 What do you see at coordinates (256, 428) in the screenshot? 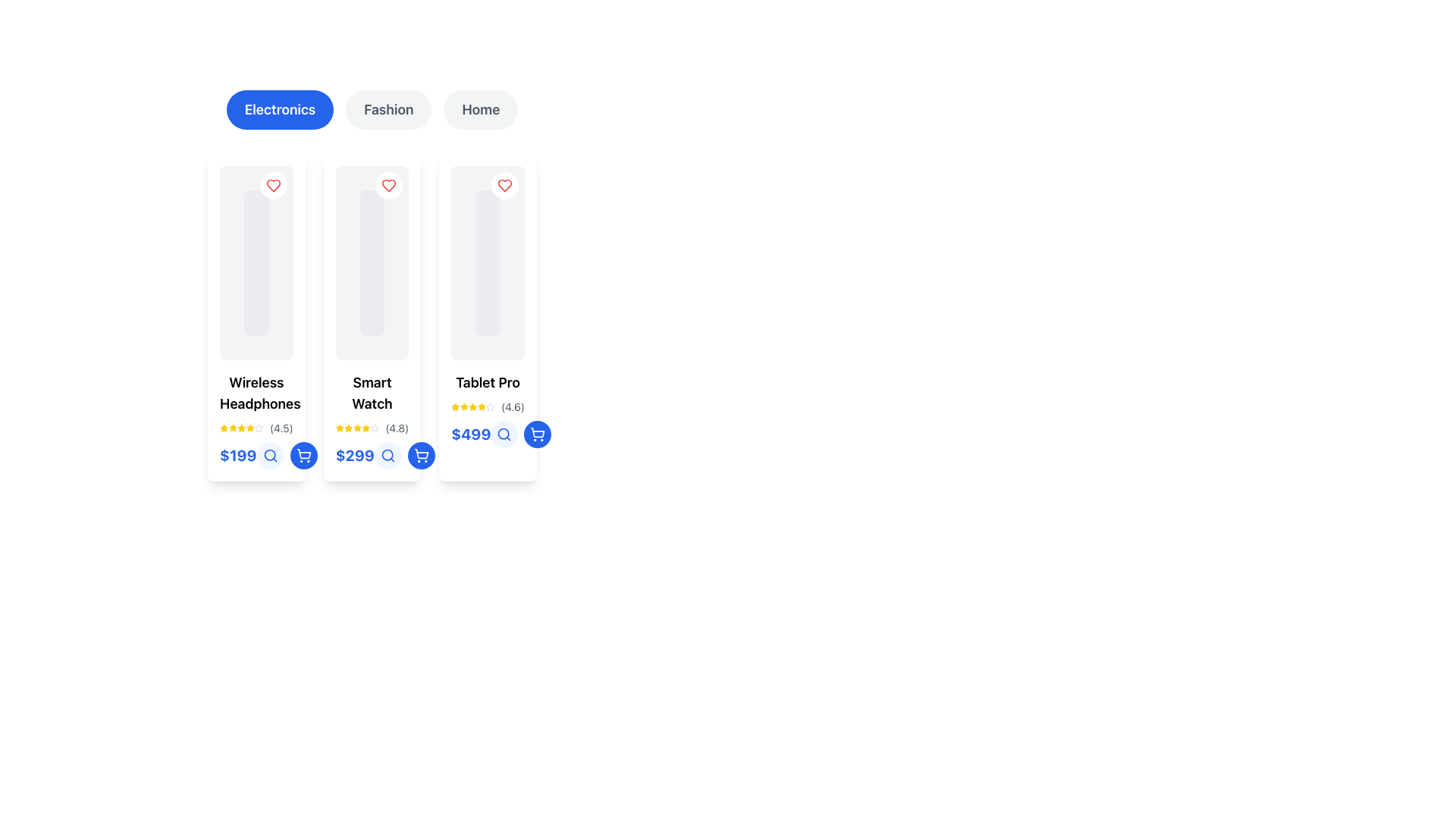
I see `the rating component displaying four filled yellow stars and the text '(4.5)' below 'Wireless Headphones' and above the price '$199'` at bounding box center [256, 428].